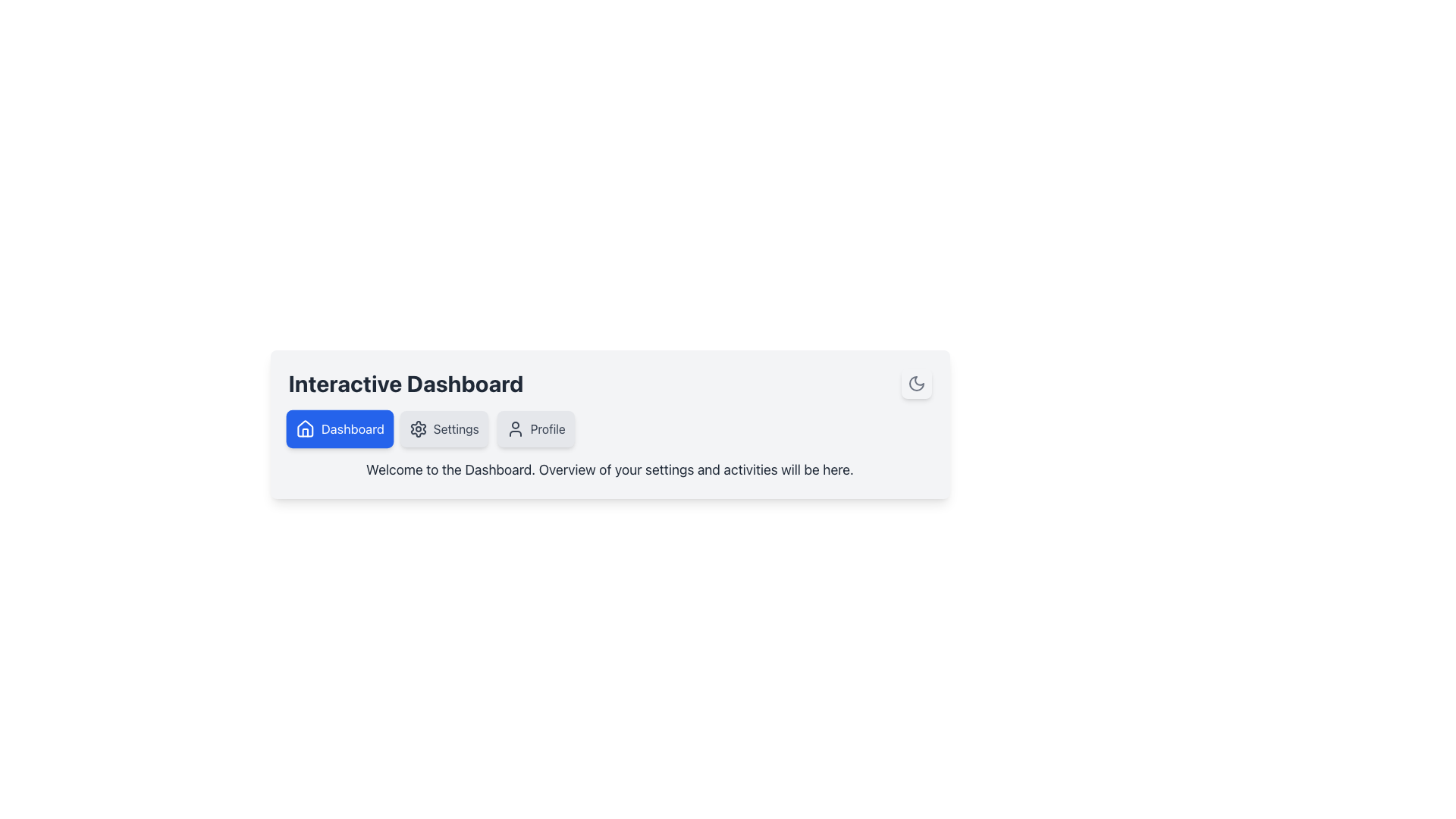  I want to click on the static text that reads 'Welcome to the Dashboard. Overview of your settings and activities will be here.' located within a light-gray box below the navigation buttons, so click(610, 469).